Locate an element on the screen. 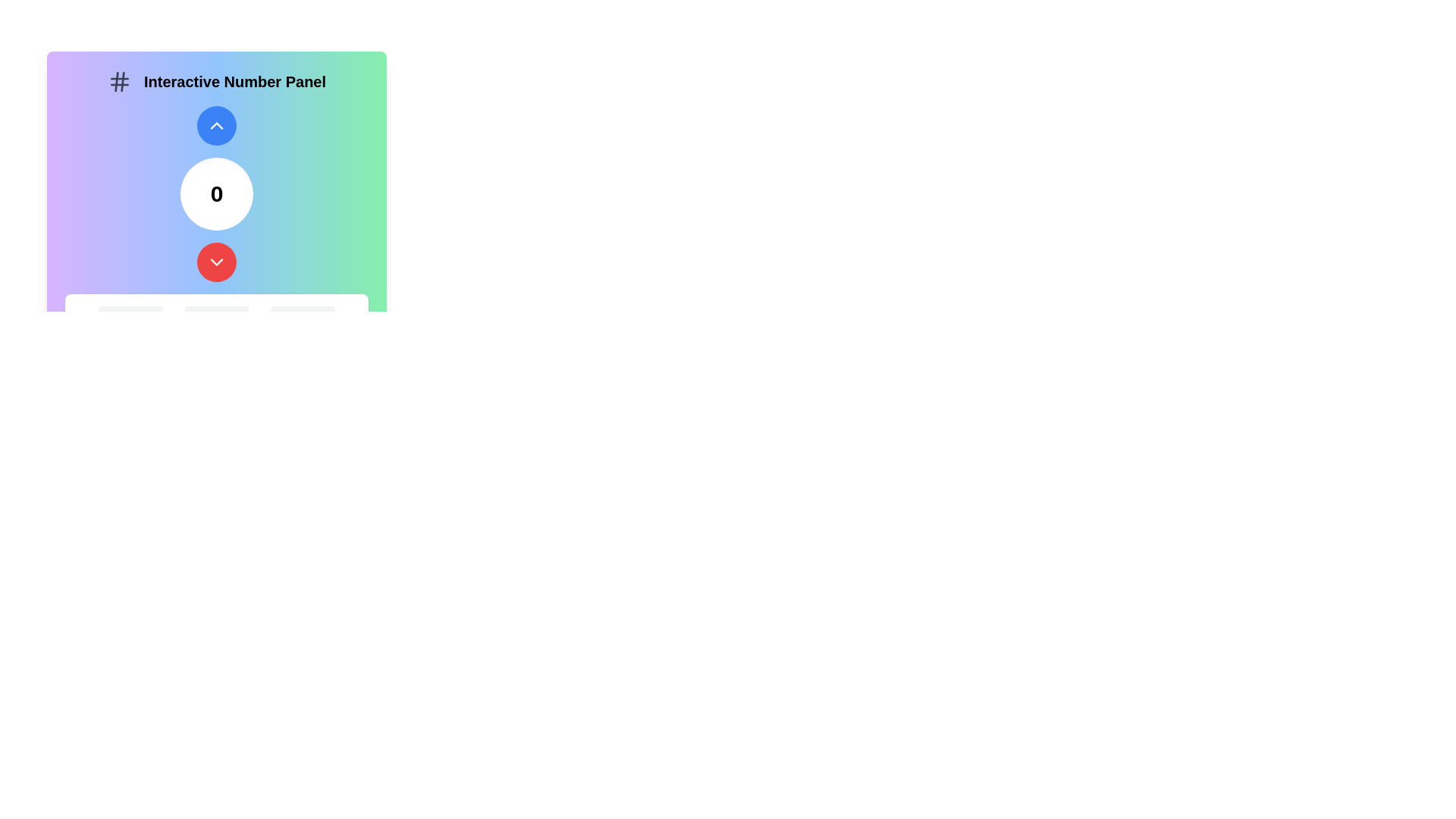 The height and width of the screenshot is (819, 1456). the static display element that shows a numeric value in the interactive number panel by moving the cursor to its center point is located at coordinates (216, 193).